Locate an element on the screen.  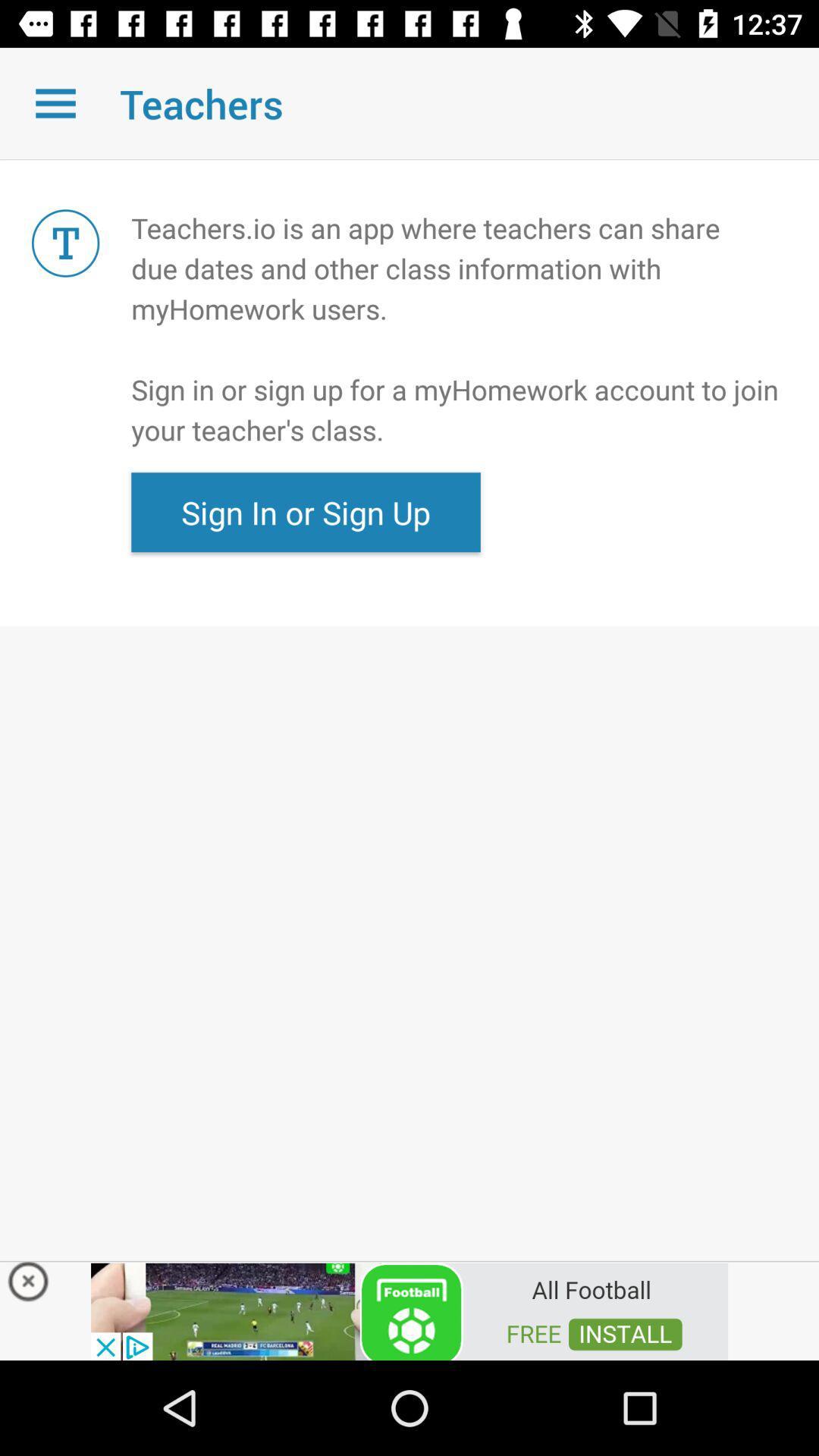
open a menu is located at coordinates (55, 102).